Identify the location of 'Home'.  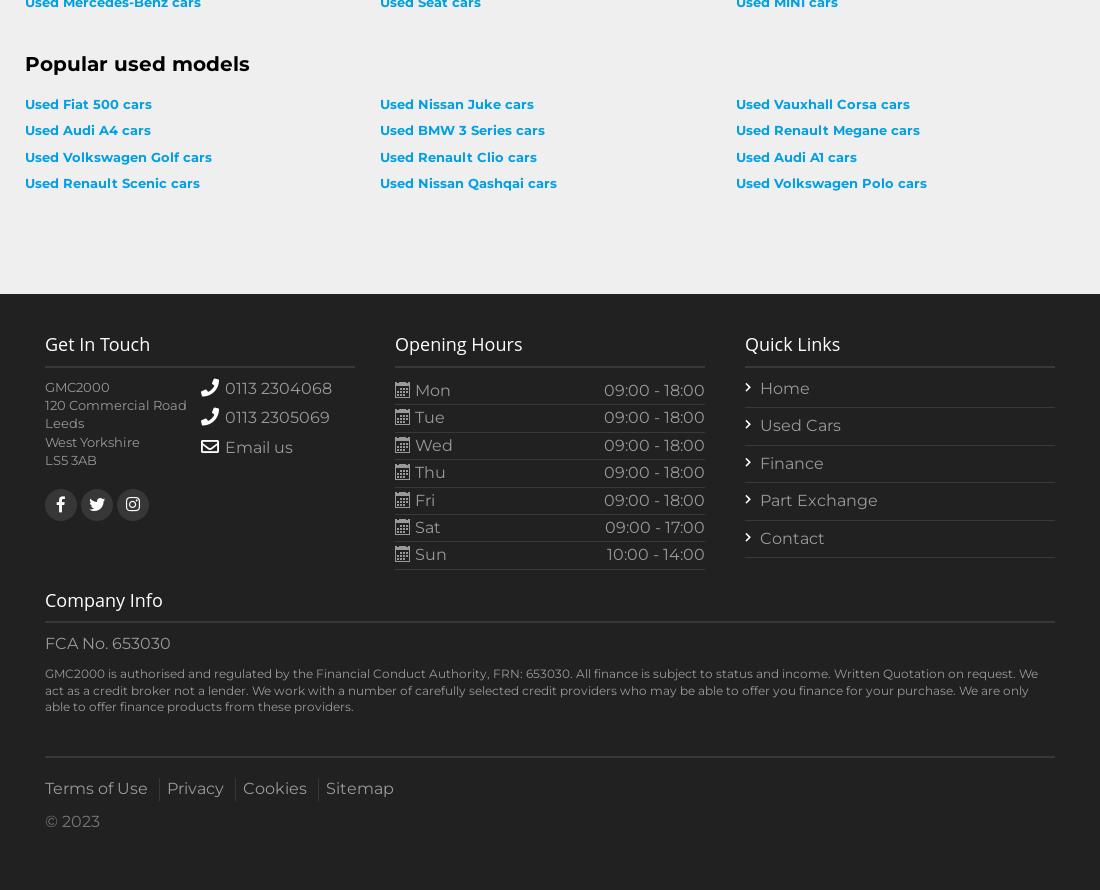
(784, 387).